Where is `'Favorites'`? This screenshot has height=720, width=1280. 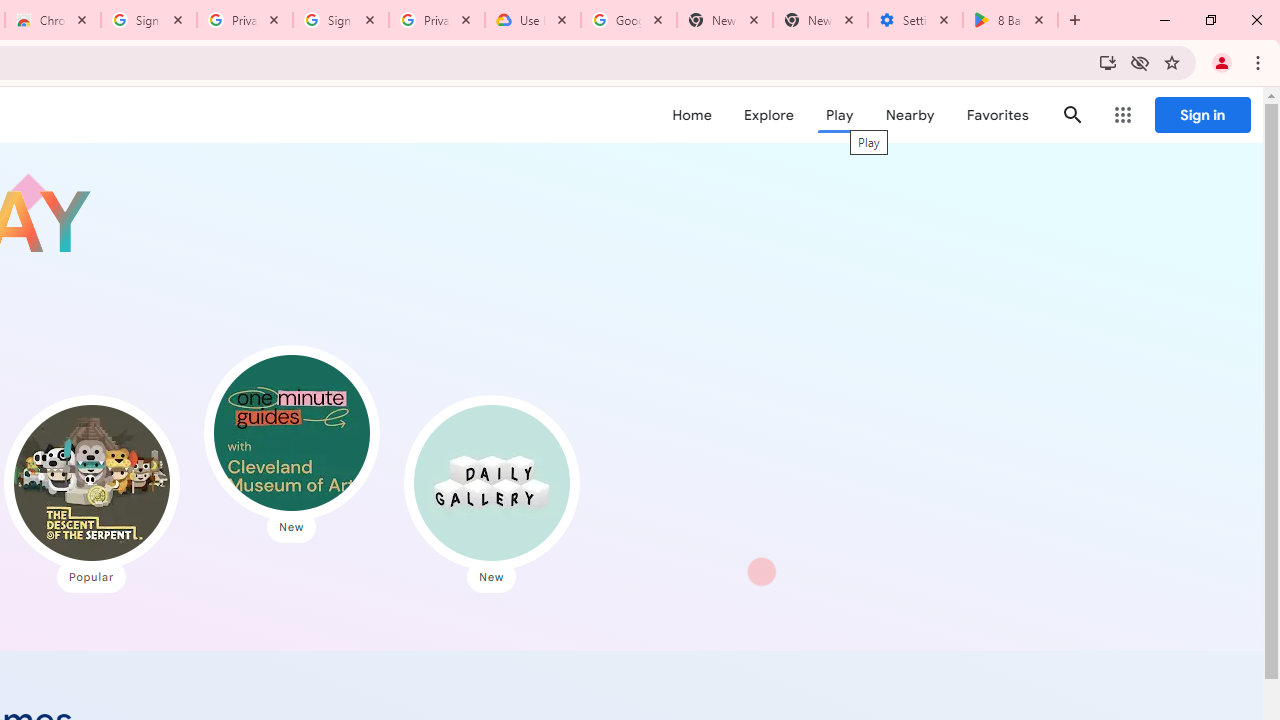
'Favorites' is located at coordinates (997, 115).